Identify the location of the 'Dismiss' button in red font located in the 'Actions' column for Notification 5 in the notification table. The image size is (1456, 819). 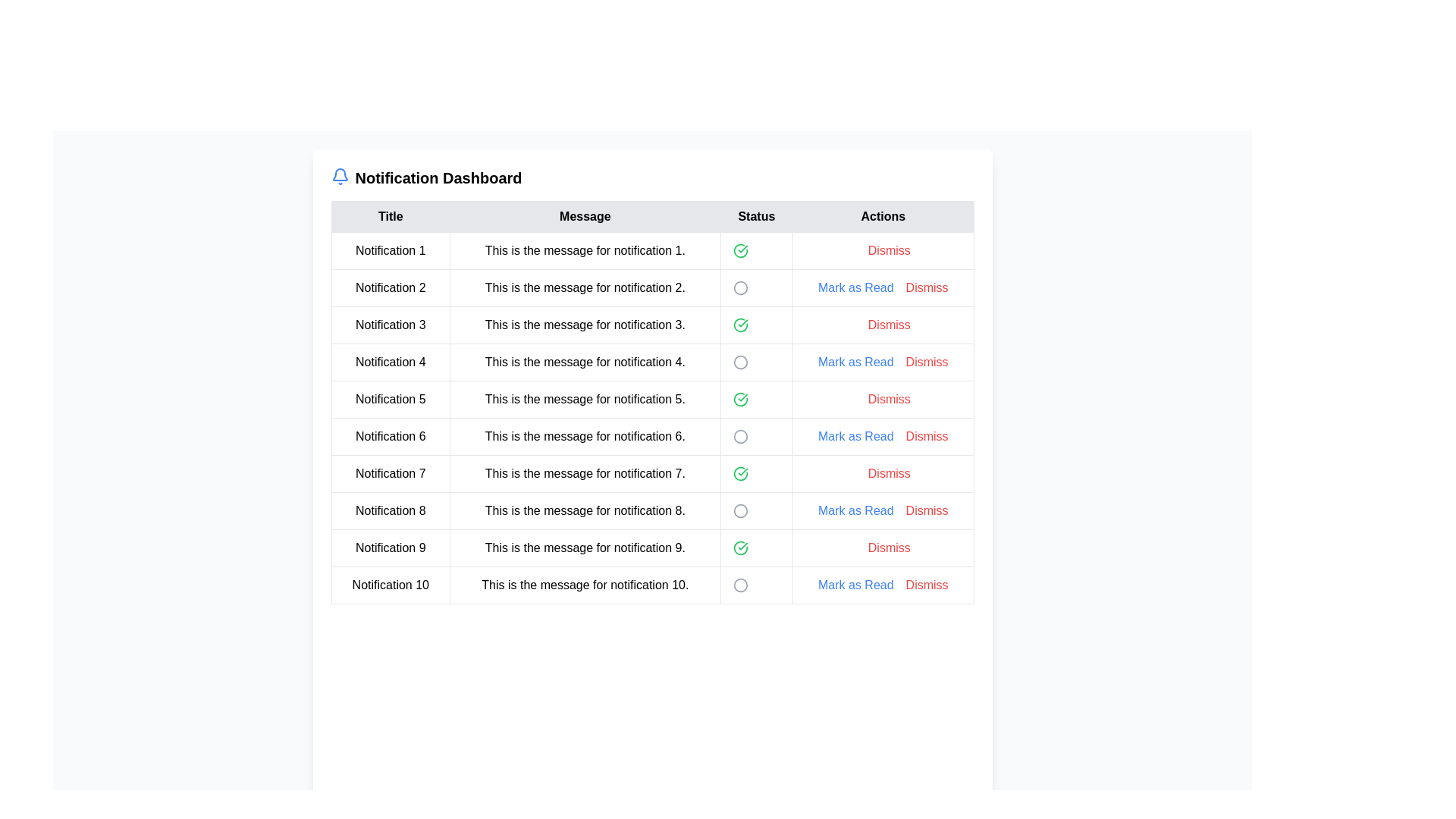
(883, 399).